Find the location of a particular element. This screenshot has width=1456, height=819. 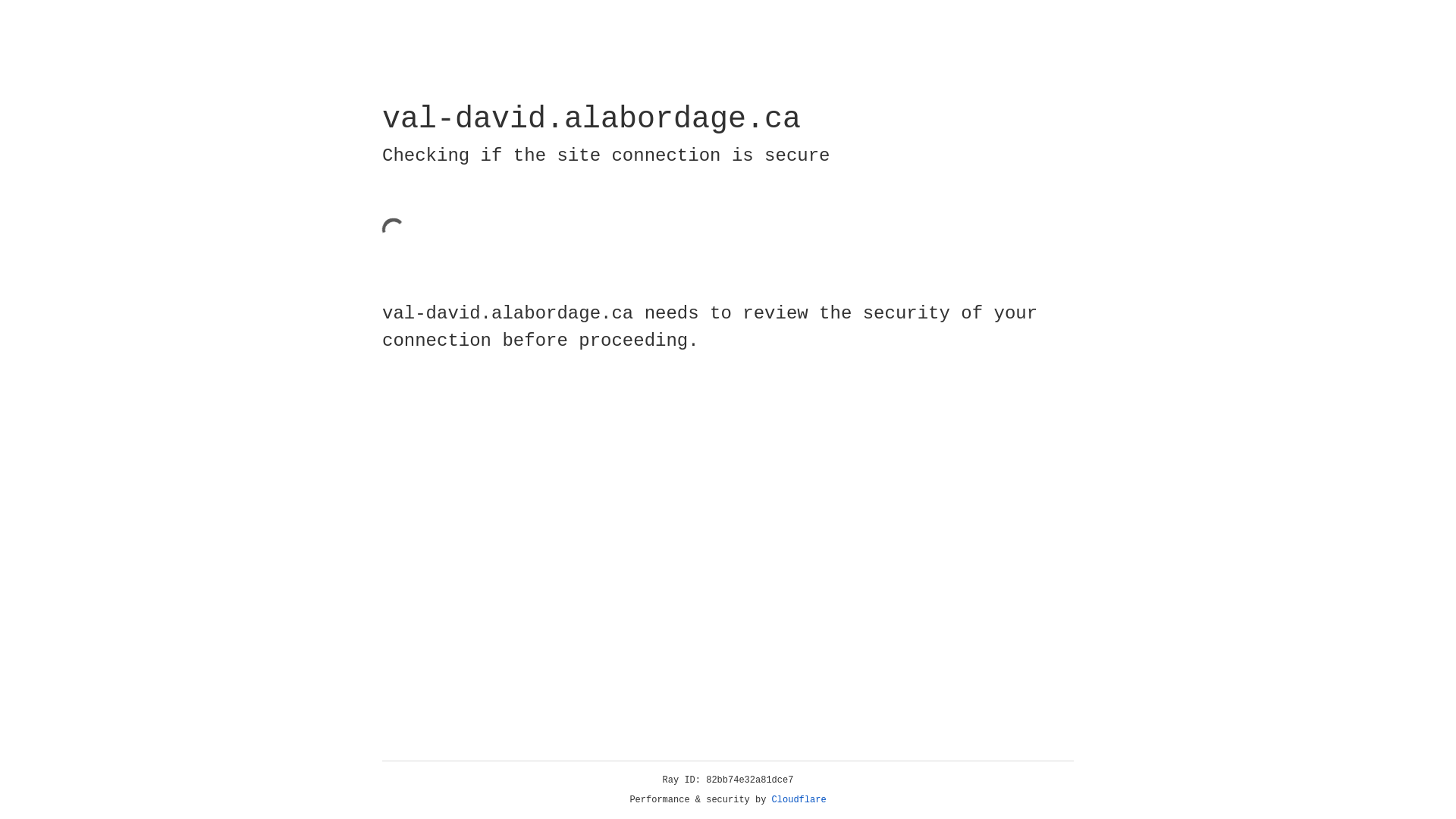

'Cloudflare' is located at coordinates (799, 799).